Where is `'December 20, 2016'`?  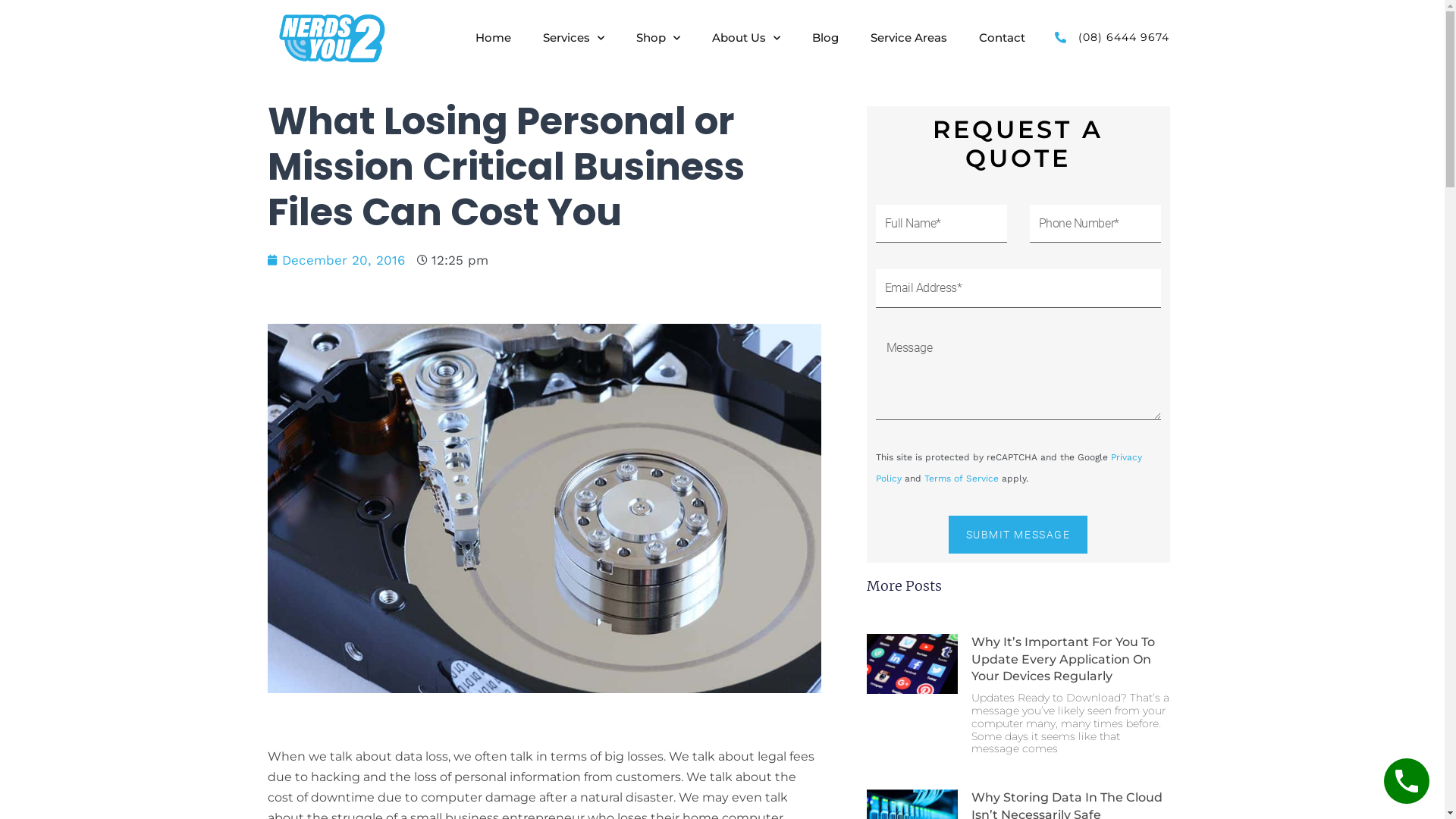
'December 20, 2016' is located at coordinates (334, 259).